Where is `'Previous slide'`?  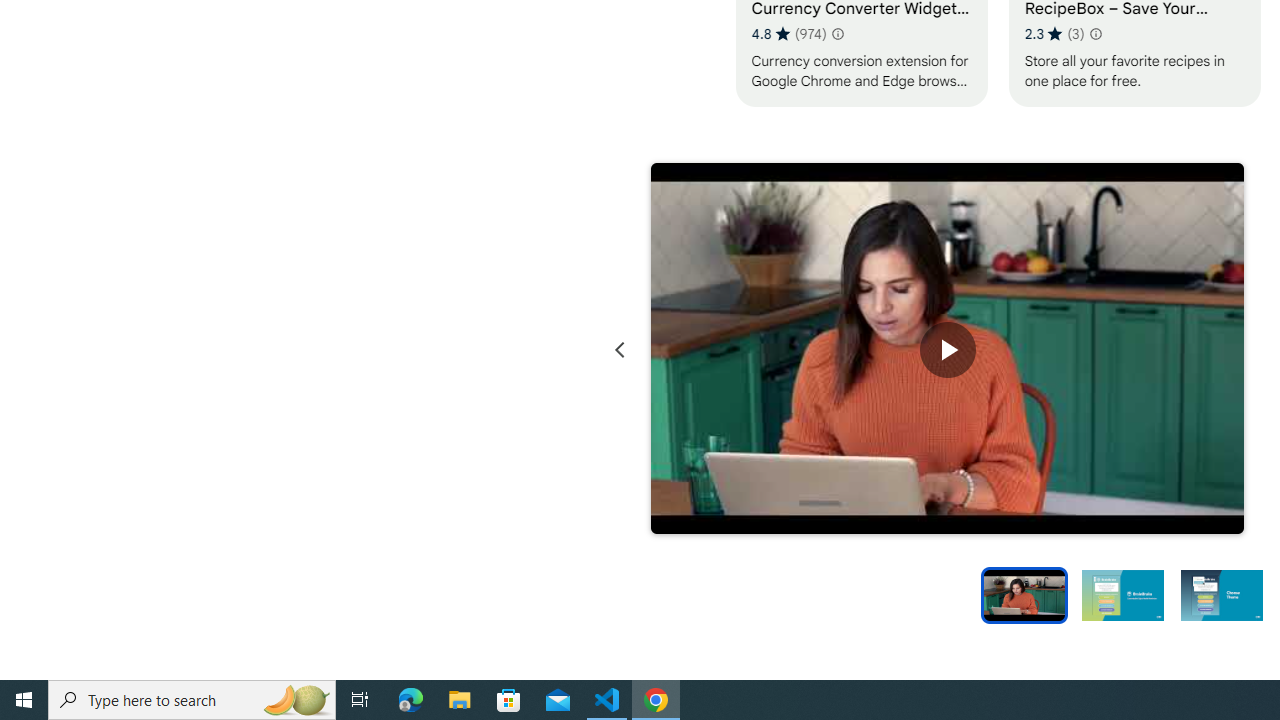
'Previous slide' is located at coordinates (618, 349).